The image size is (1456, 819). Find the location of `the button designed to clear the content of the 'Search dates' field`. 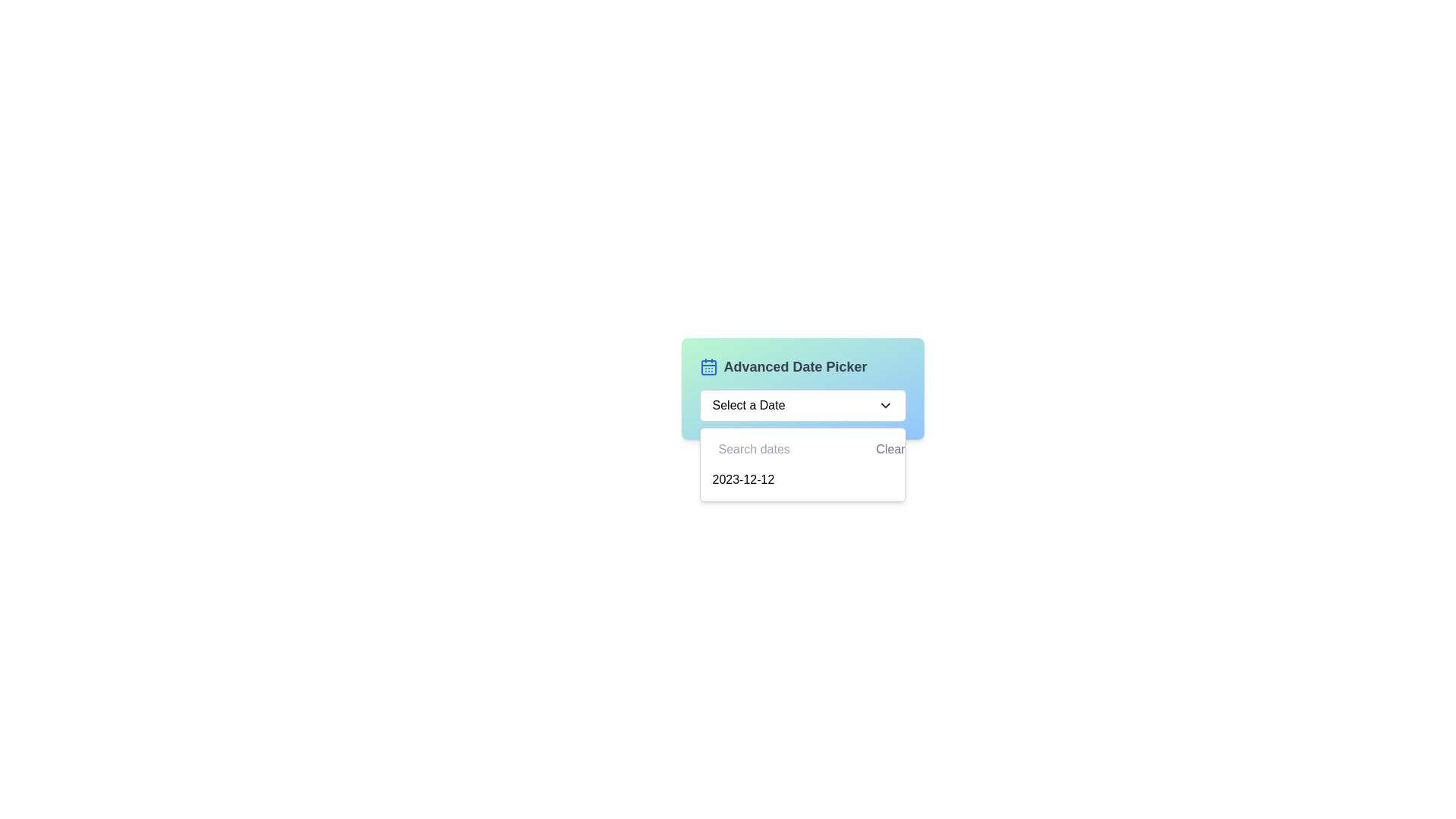

the button designed to clear the content of the 'Search dates' field is located at coordinates (890, 449).